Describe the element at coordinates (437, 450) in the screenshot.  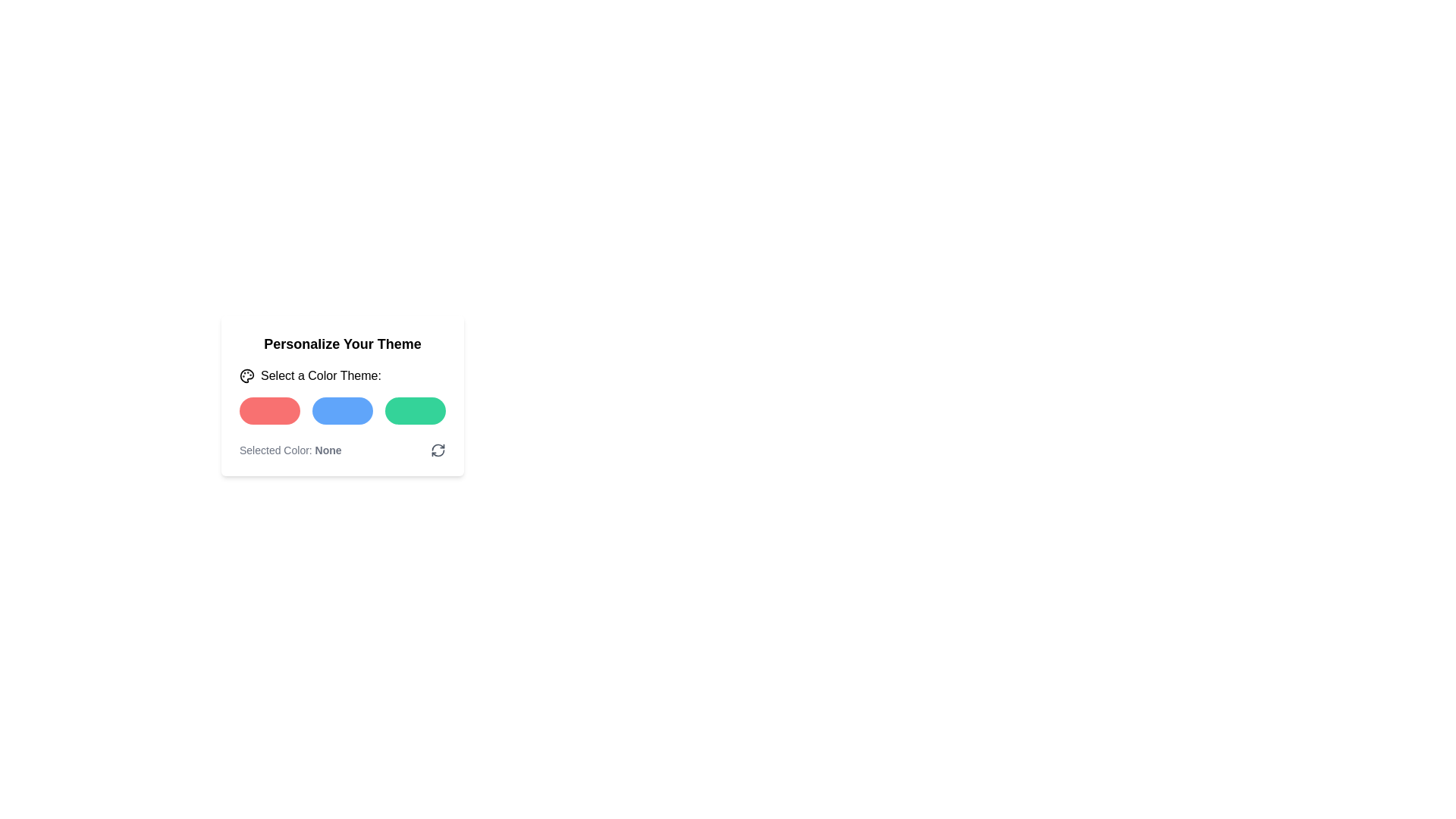
I see `the Icon Button located at the bottom-right corner of the 'Selected Color: None' section to refresh or reset the color selection` at that location.